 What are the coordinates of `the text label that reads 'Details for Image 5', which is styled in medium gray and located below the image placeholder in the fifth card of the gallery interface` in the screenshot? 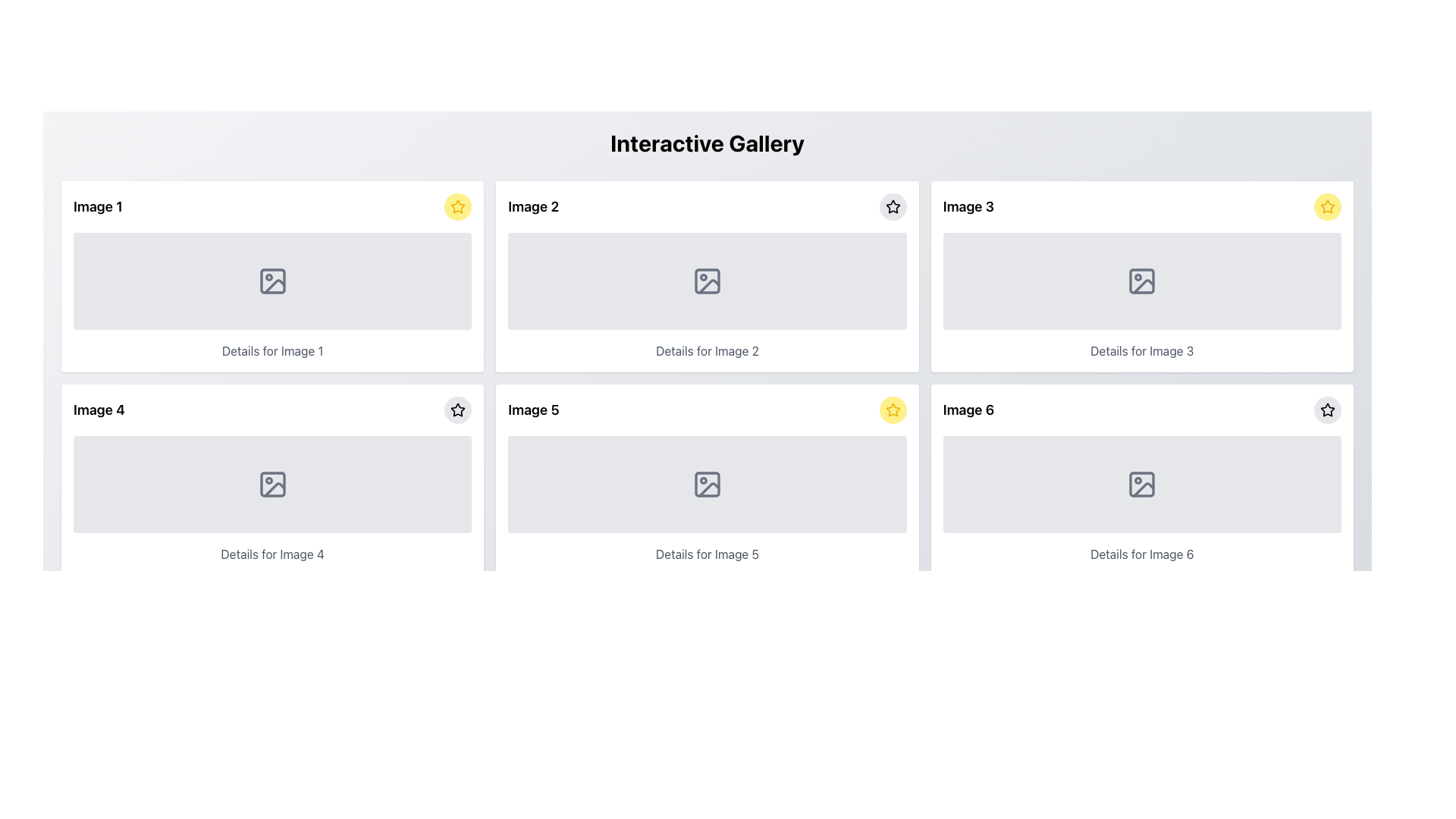 It's located at (706, 554).